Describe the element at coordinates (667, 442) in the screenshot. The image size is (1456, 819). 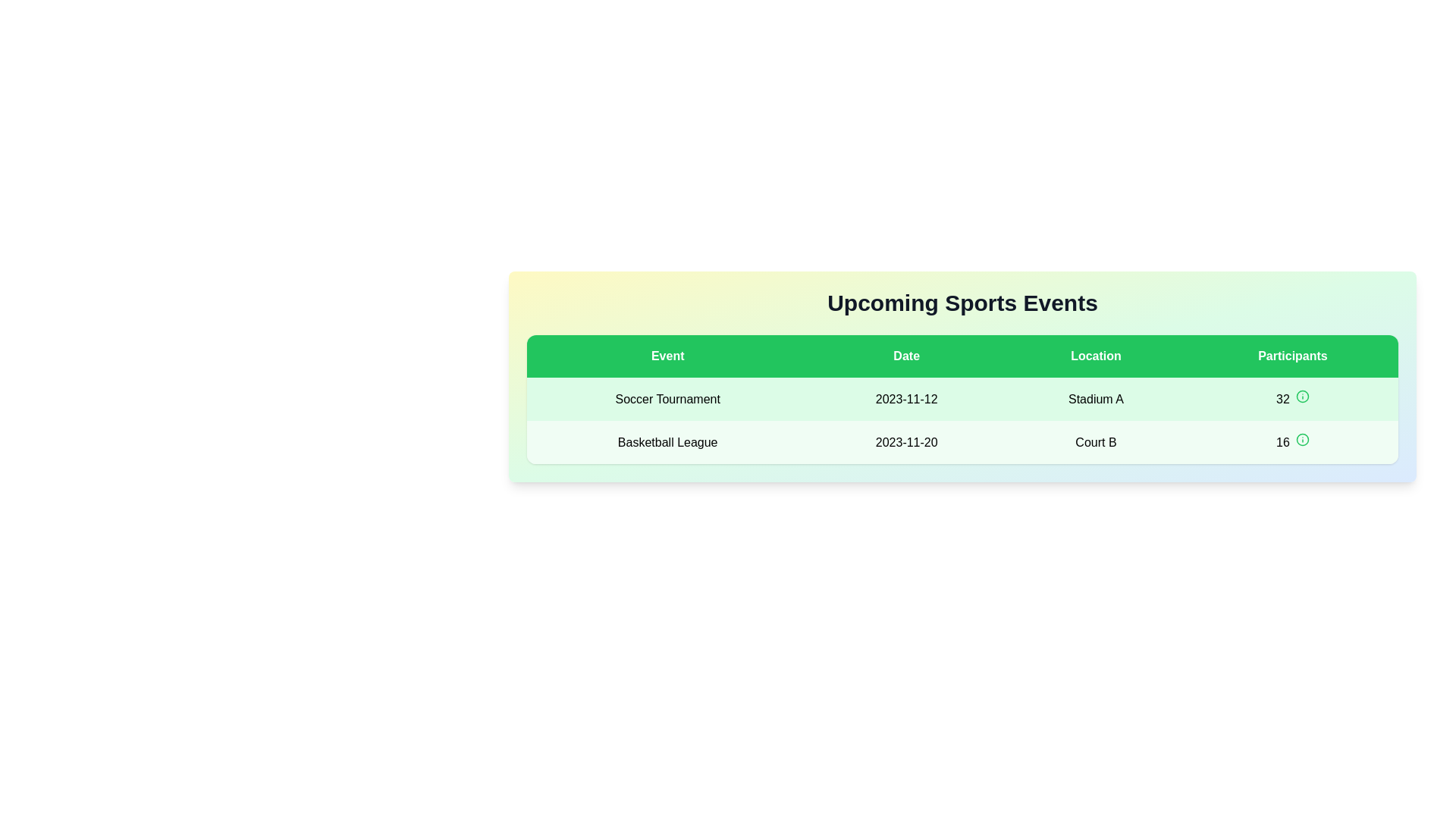
I see `the Text Label element displaying 'Basketball League', which is located in the second row and first column of a table, above '2023-11-20' and below 'Soccer Tournament'` at that location.